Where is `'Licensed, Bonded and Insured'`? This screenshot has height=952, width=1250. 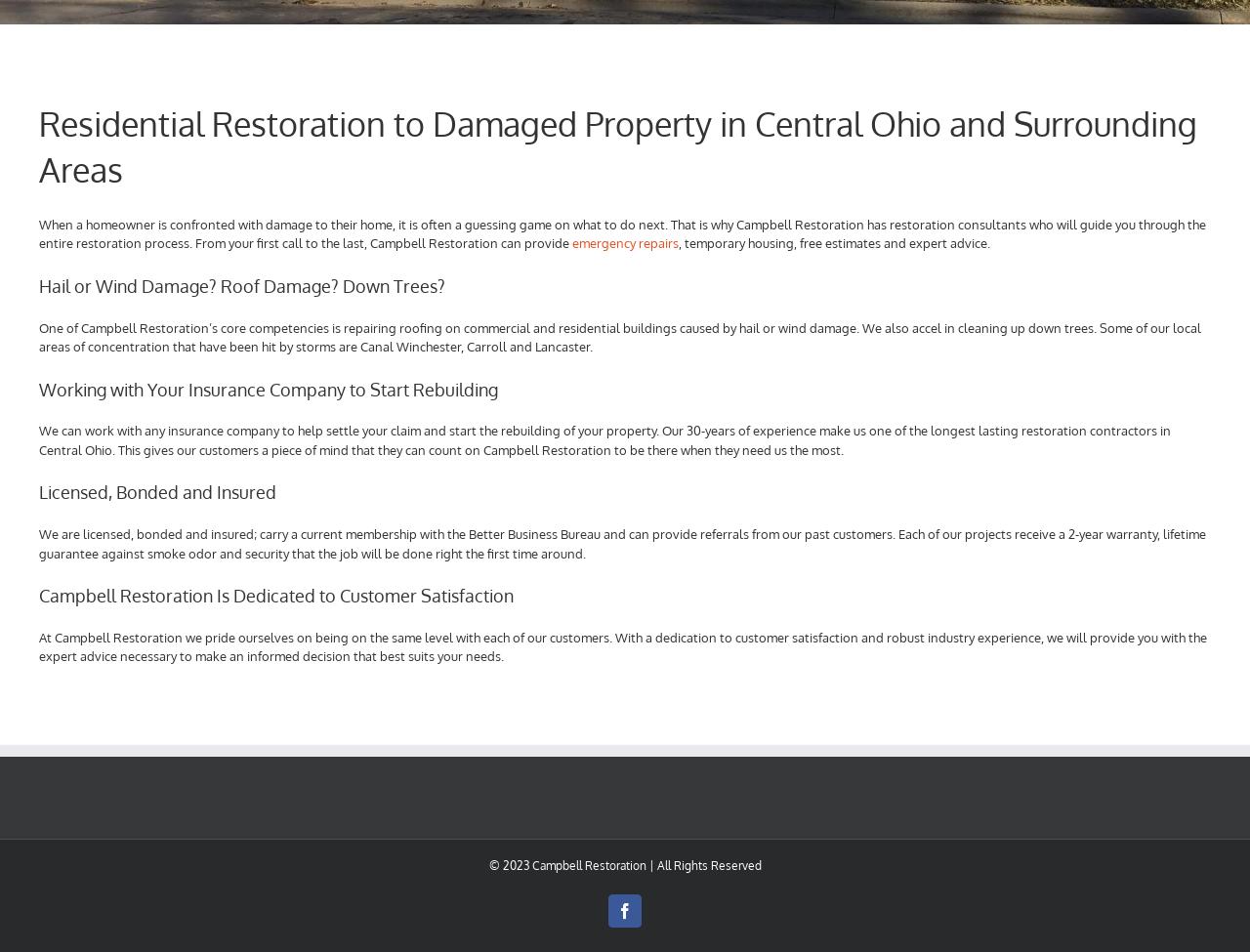 'Licensed, Bonded and Insured' is located at coordinates (38, 490).